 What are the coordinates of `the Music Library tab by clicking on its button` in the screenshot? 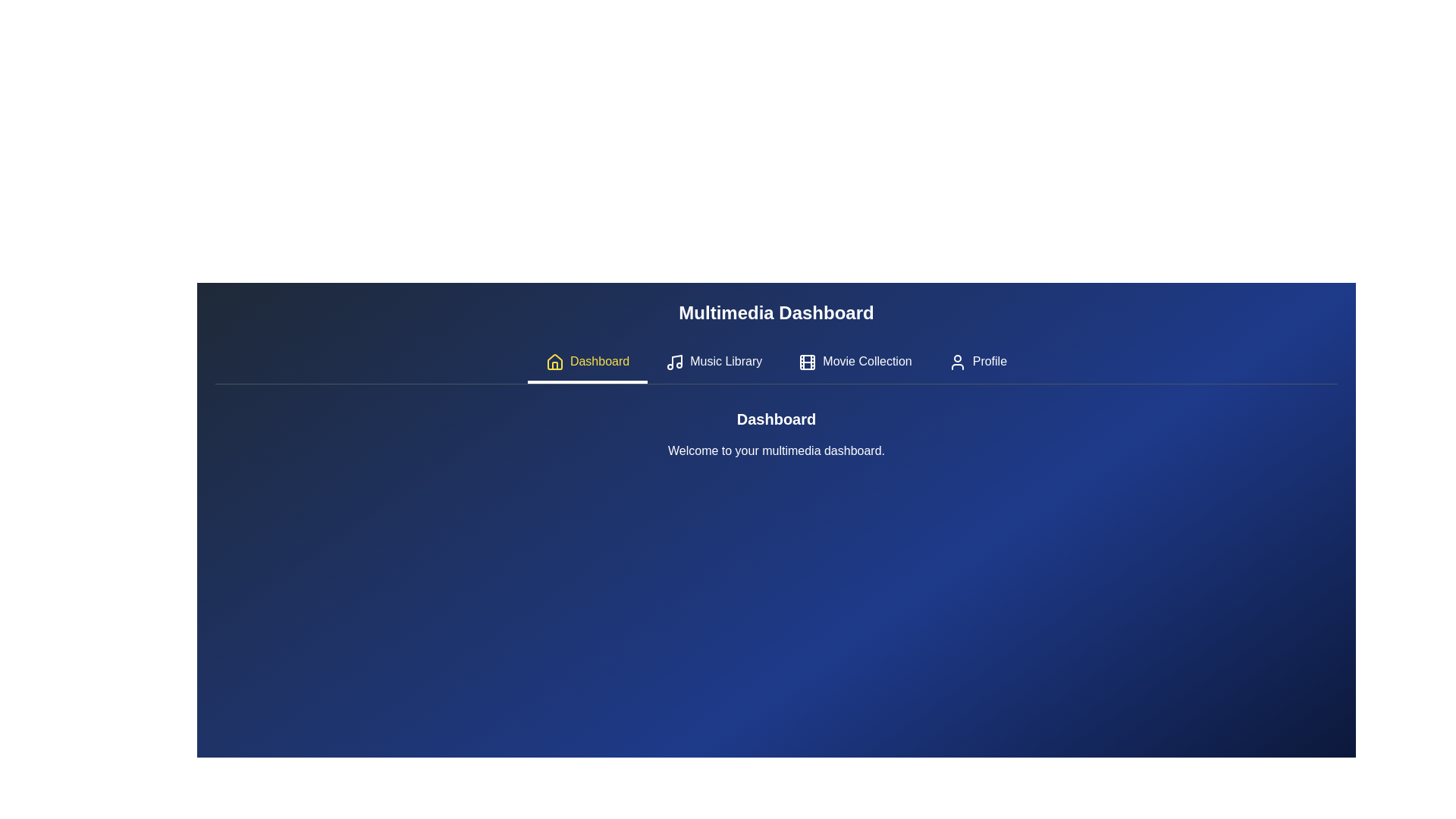 It's located at (713, 363).